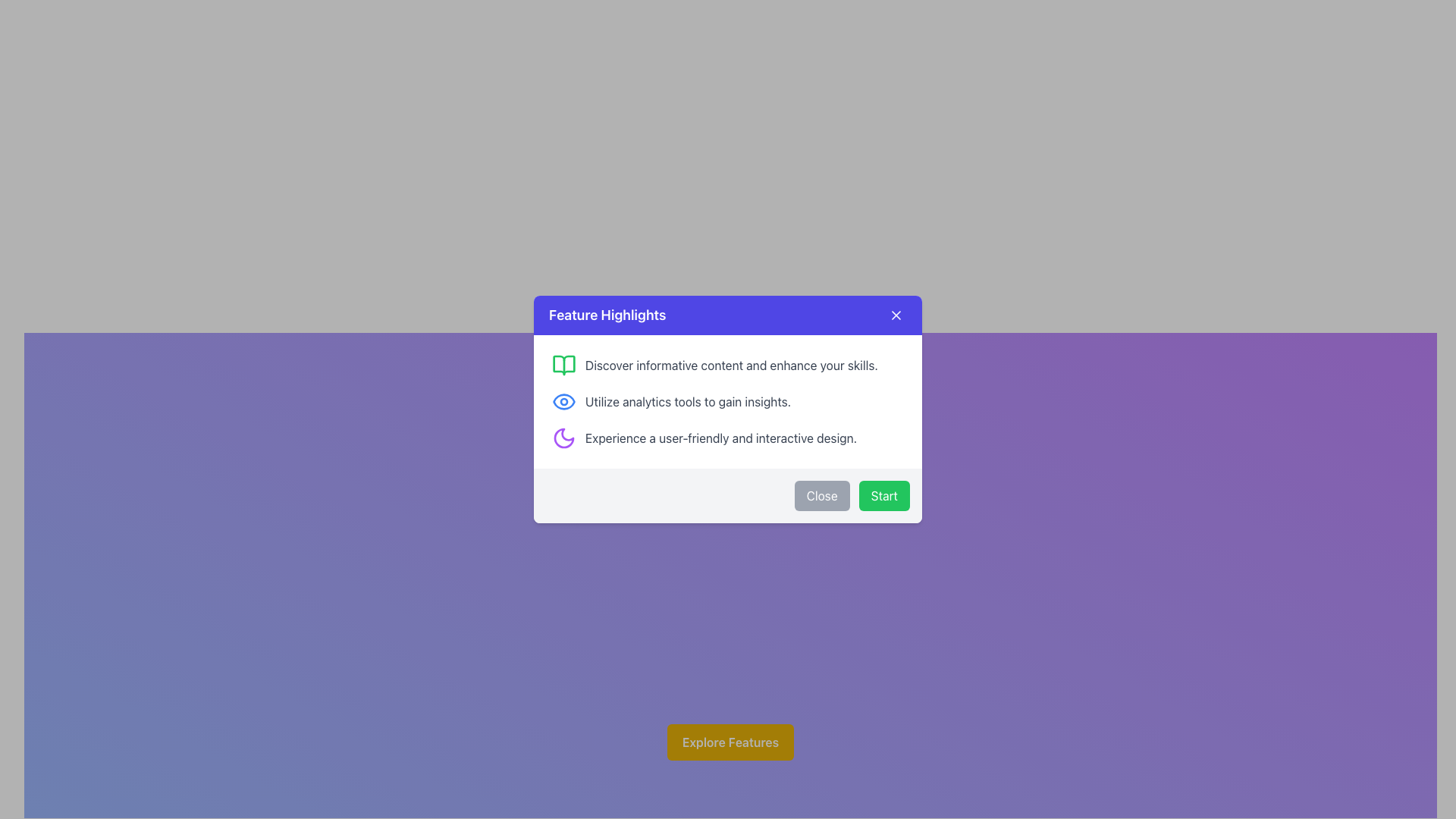 This screenshot has height=819, width=1456. Describe the element at coordinates (720, 438) in the screenshot. I see `the text label that provides an informative description in the modal dialog, located at the bottom-most position of a vertical list of features, which is the third item in the list` at that location.